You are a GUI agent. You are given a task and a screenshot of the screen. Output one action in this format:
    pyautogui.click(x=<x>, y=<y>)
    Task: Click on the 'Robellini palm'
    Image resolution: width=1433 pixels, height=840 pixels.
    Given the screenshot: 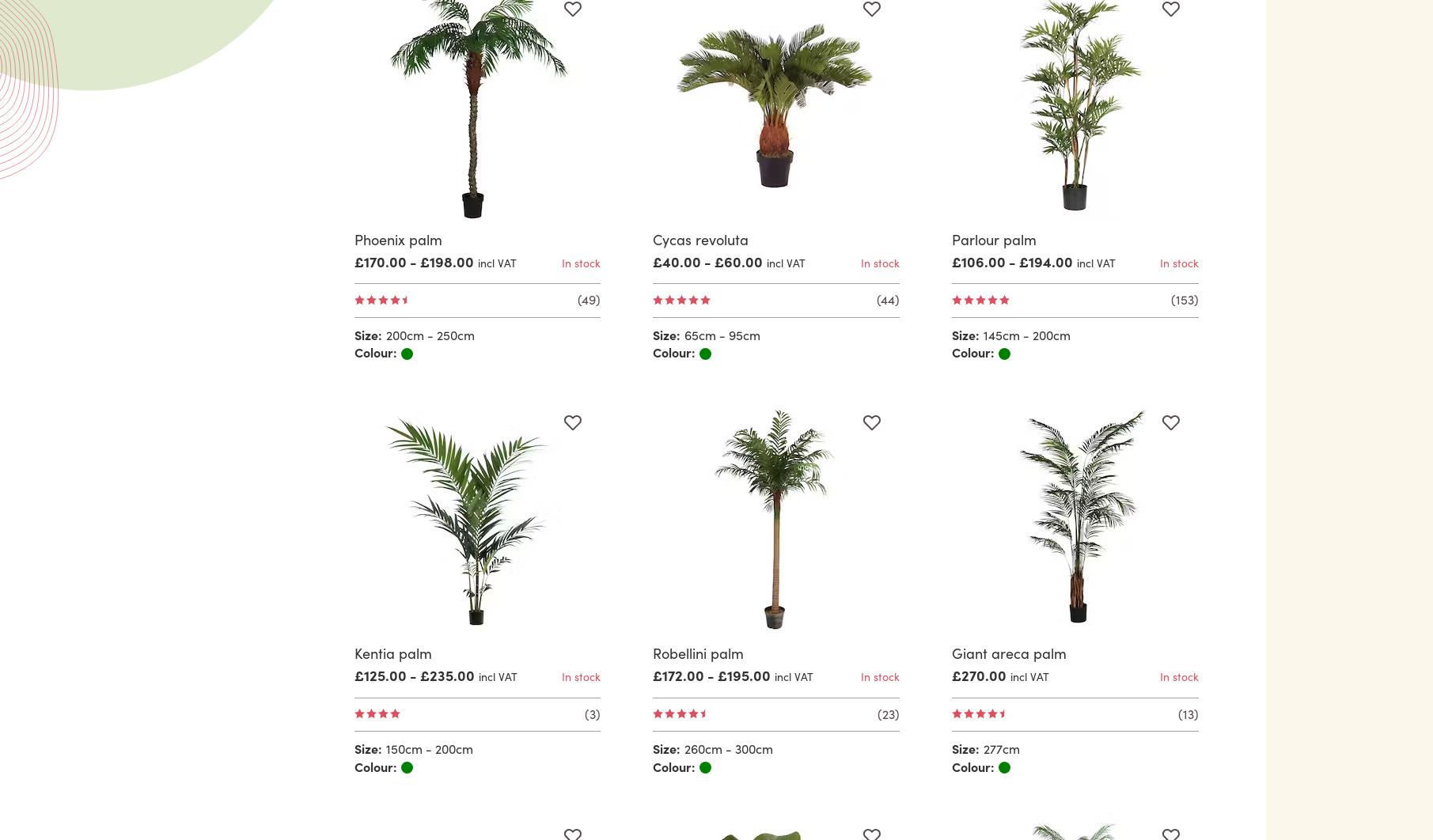 What is the action you would take?
    pyautogui.click(x=698, y=652)
    